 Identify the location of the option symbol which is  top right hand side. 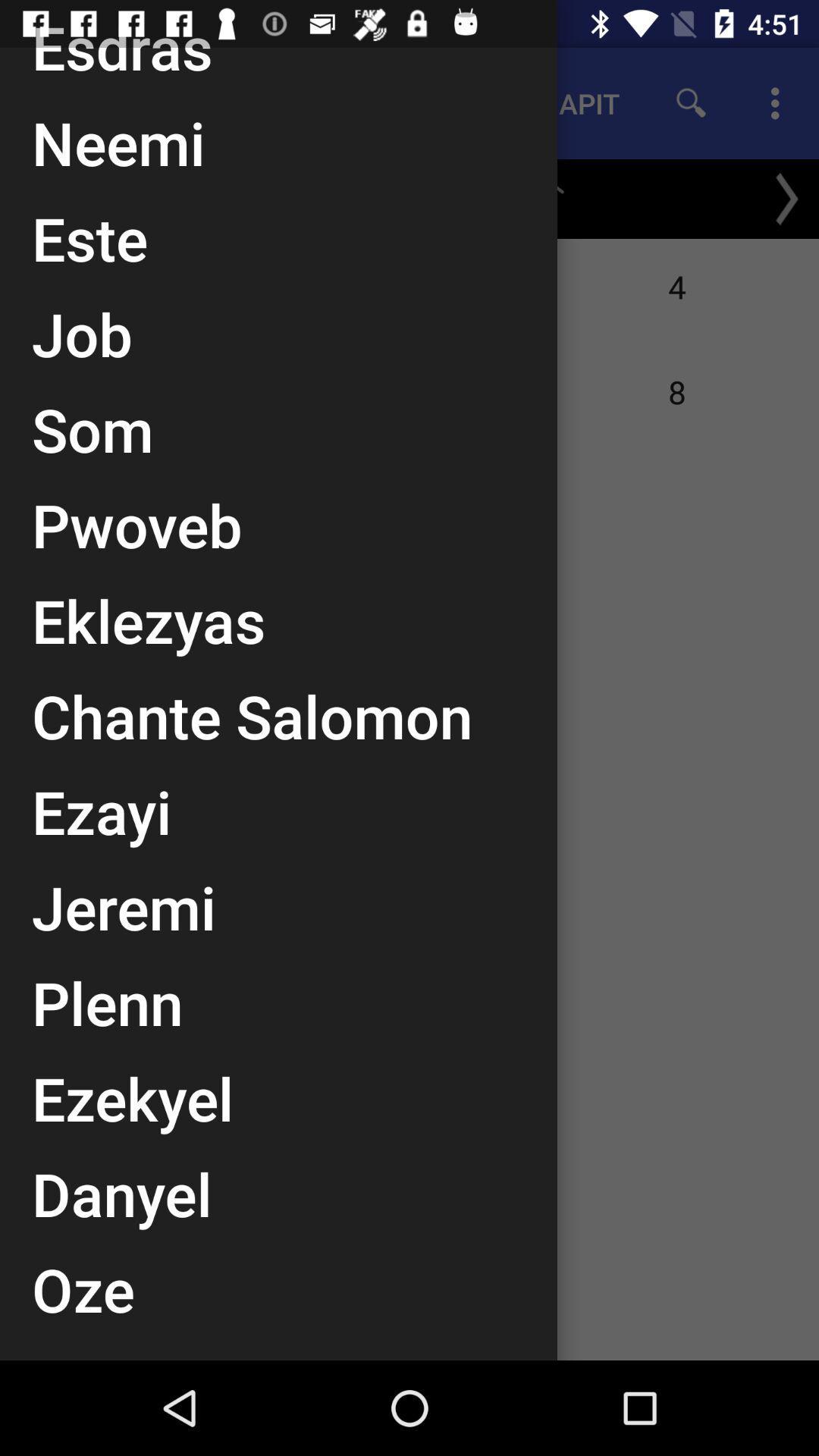
(779, 103).